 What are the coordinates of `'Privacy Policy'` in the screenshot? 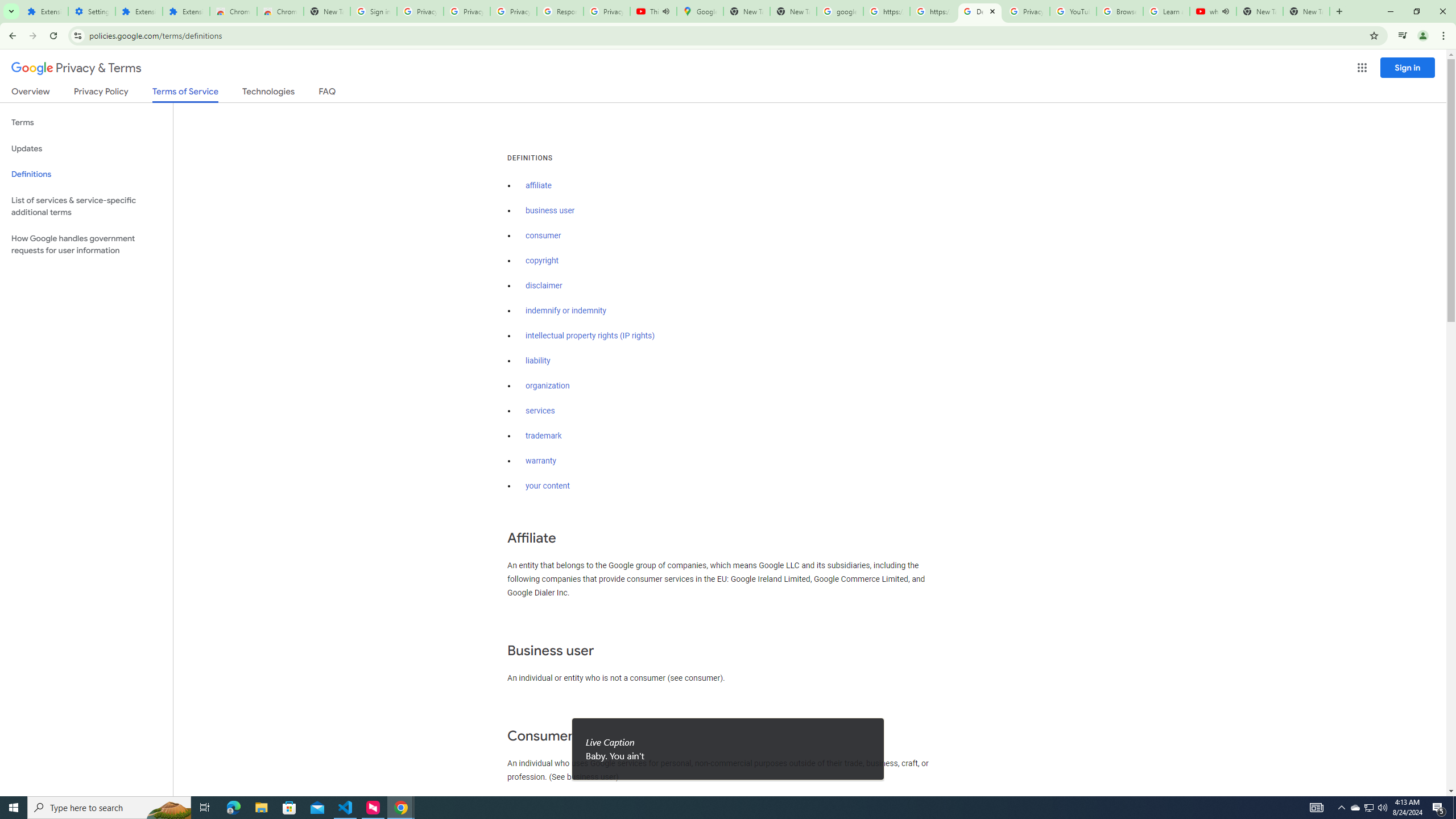 It's located at (100, 93).